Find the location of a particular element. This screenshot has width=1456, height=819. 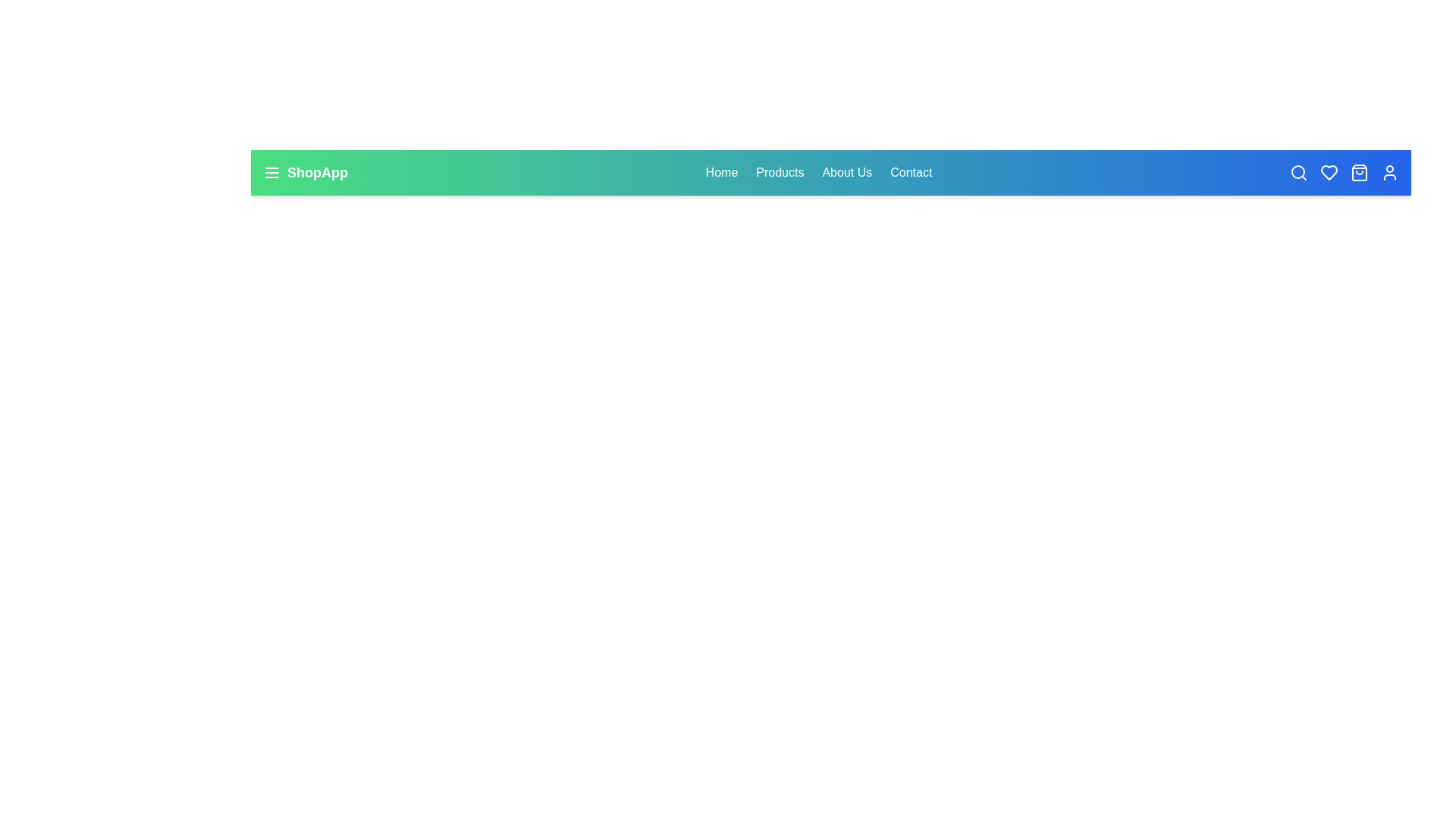

the shopping bag icon to view the shopping cart is located at coordinates (1359, 171).